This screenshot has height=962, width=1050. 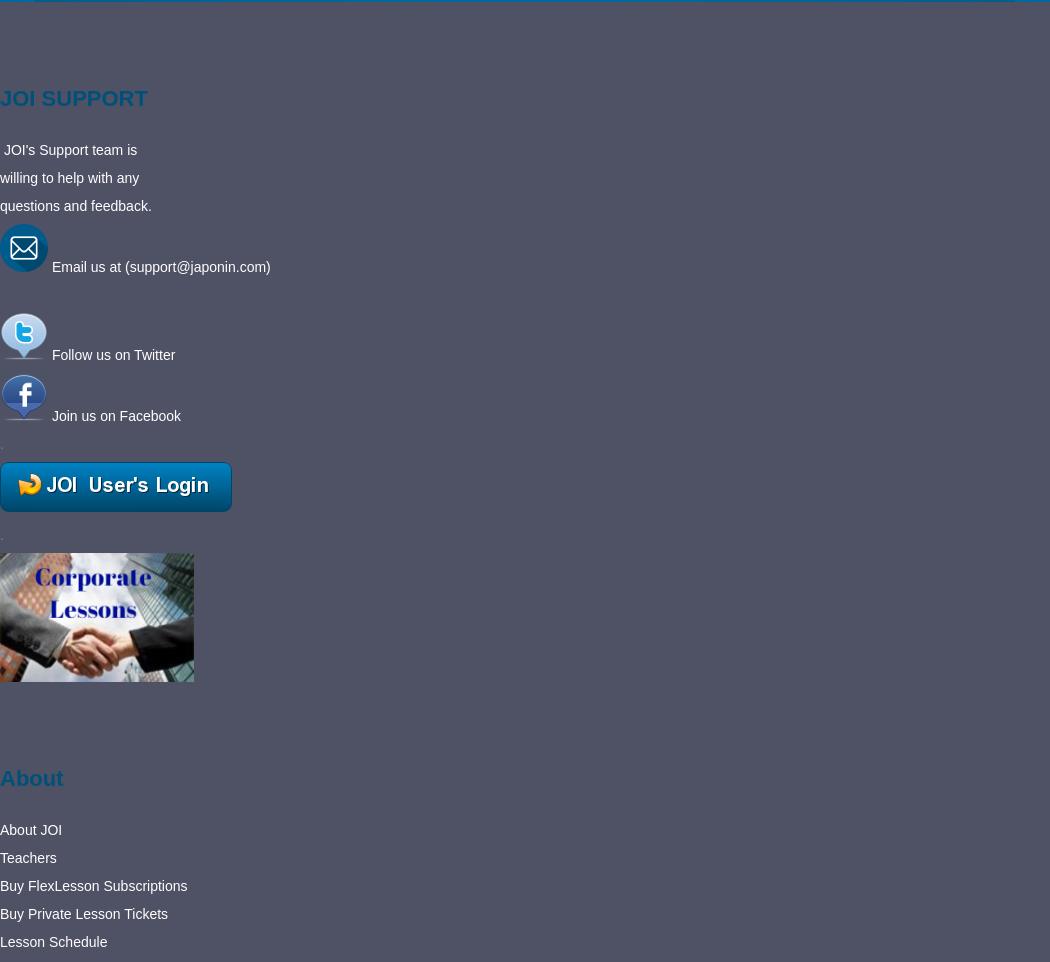 I want to click on 'Follow us on Twitter', so click(x=111, y=354).